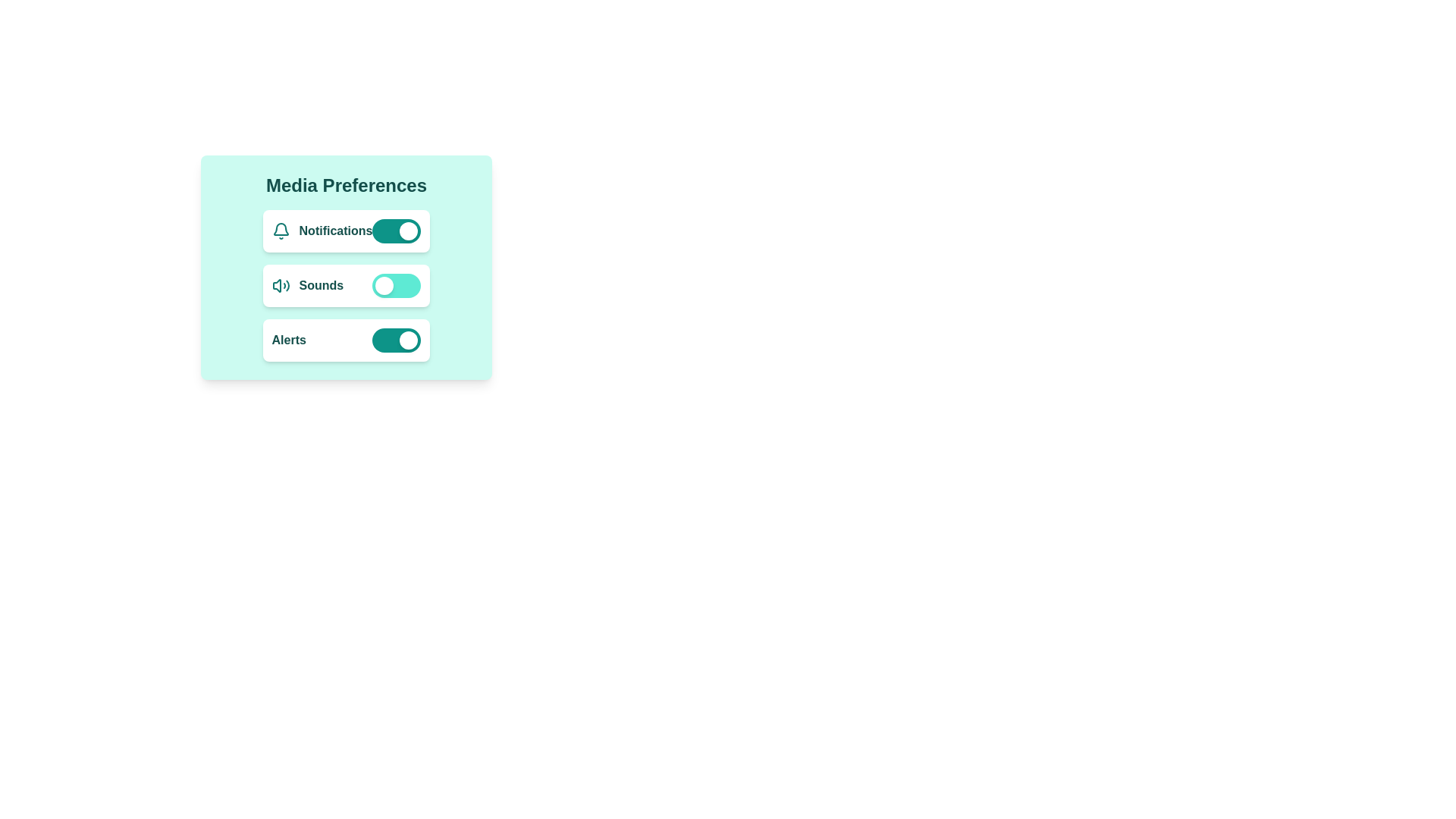  Describe the element at coordinates (397, 286) in the screenshot. I see `the toggle switch for the 'Sounds' media preference, which is a horizontal toggle switch styled with a teal background and a white circular handle on the left` at that location.